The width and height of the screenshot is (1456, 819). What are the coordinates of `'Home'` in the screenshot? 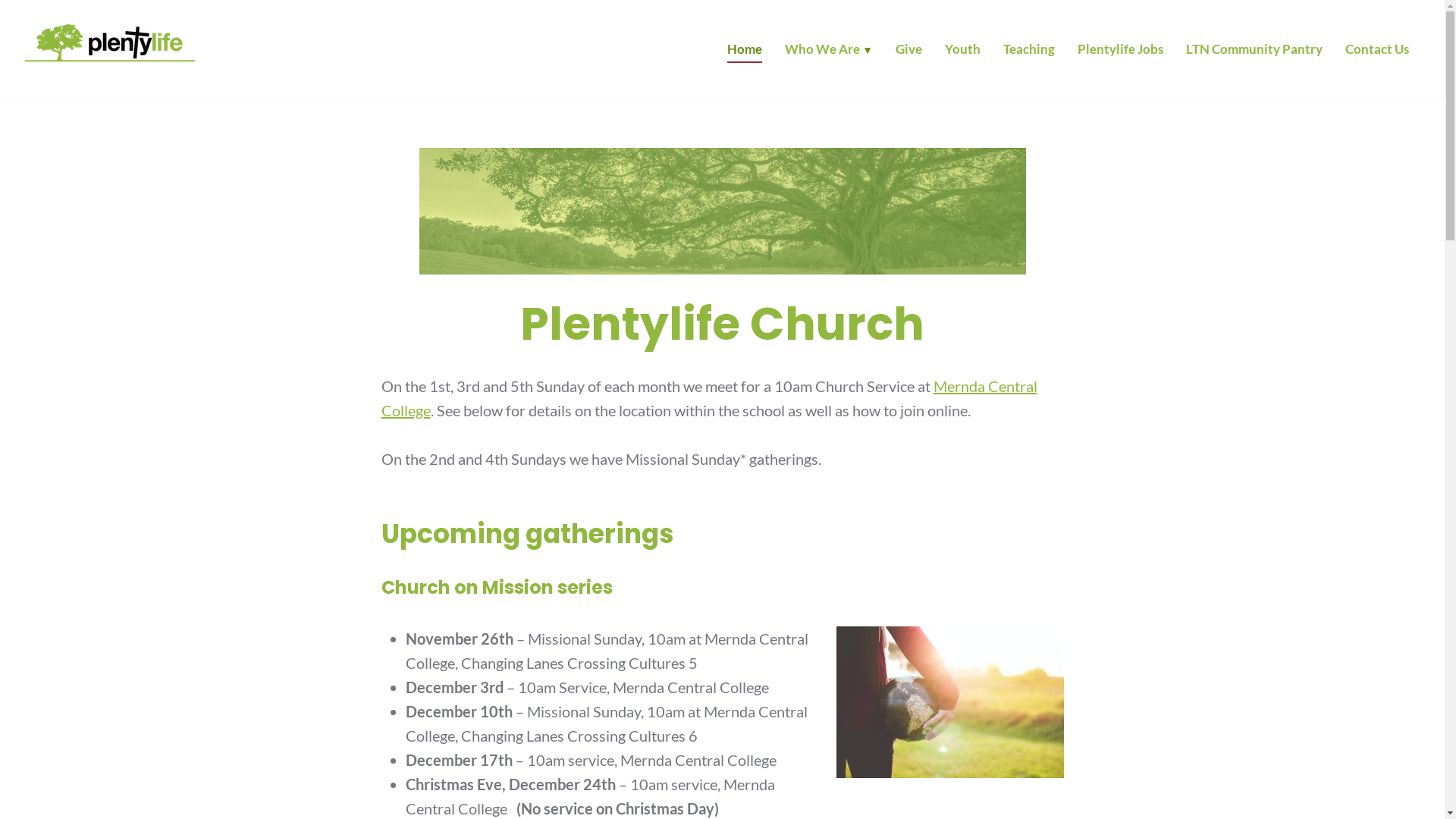 It's located at (745, 51).